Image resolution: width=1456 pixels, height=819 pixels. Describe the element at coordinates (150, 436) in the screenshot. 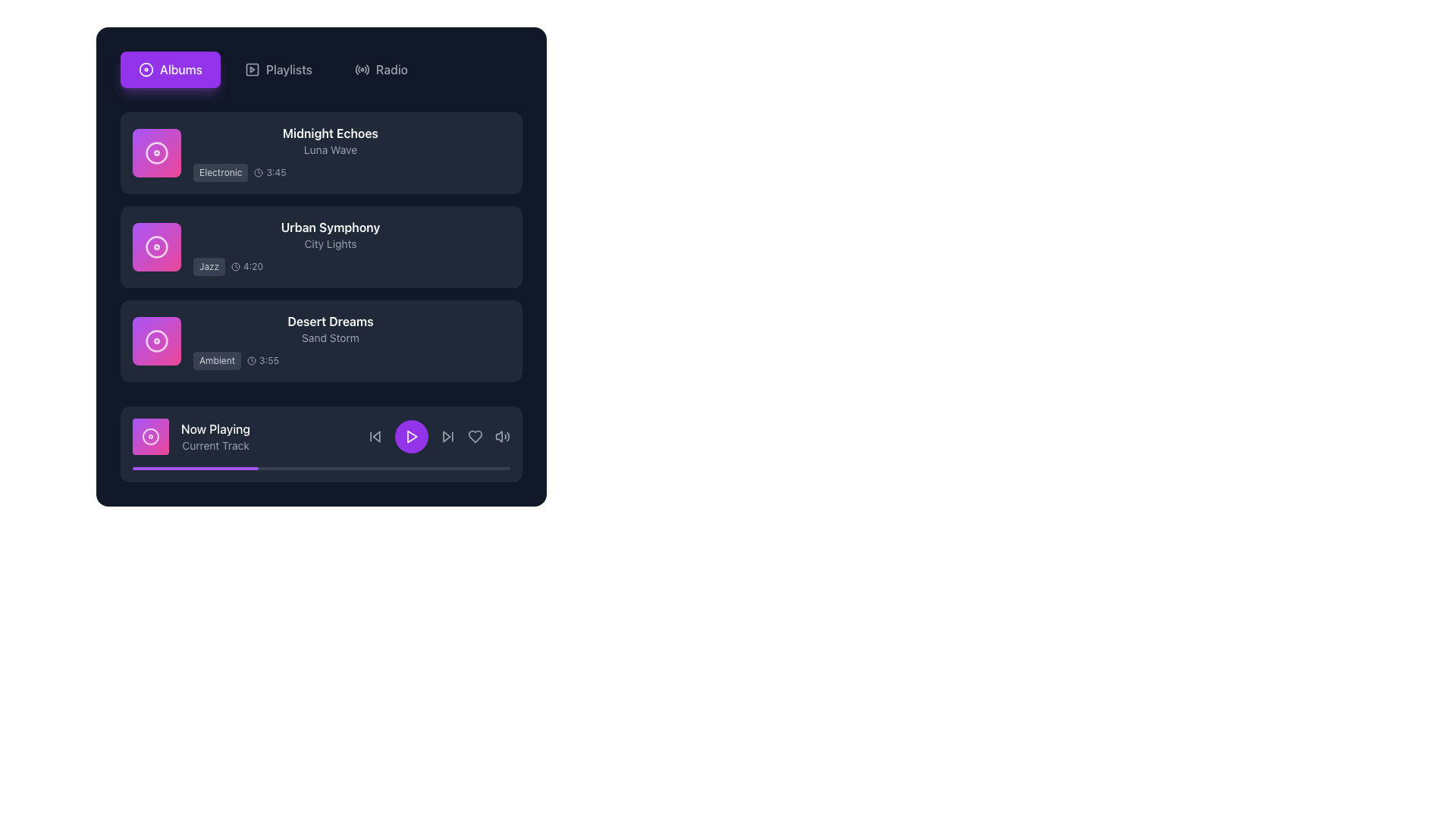

I see `the circular playback icon located in the 'Now Playing' section, which is positioned left of the 'Now Playing' text and above the progress bar` at that location.